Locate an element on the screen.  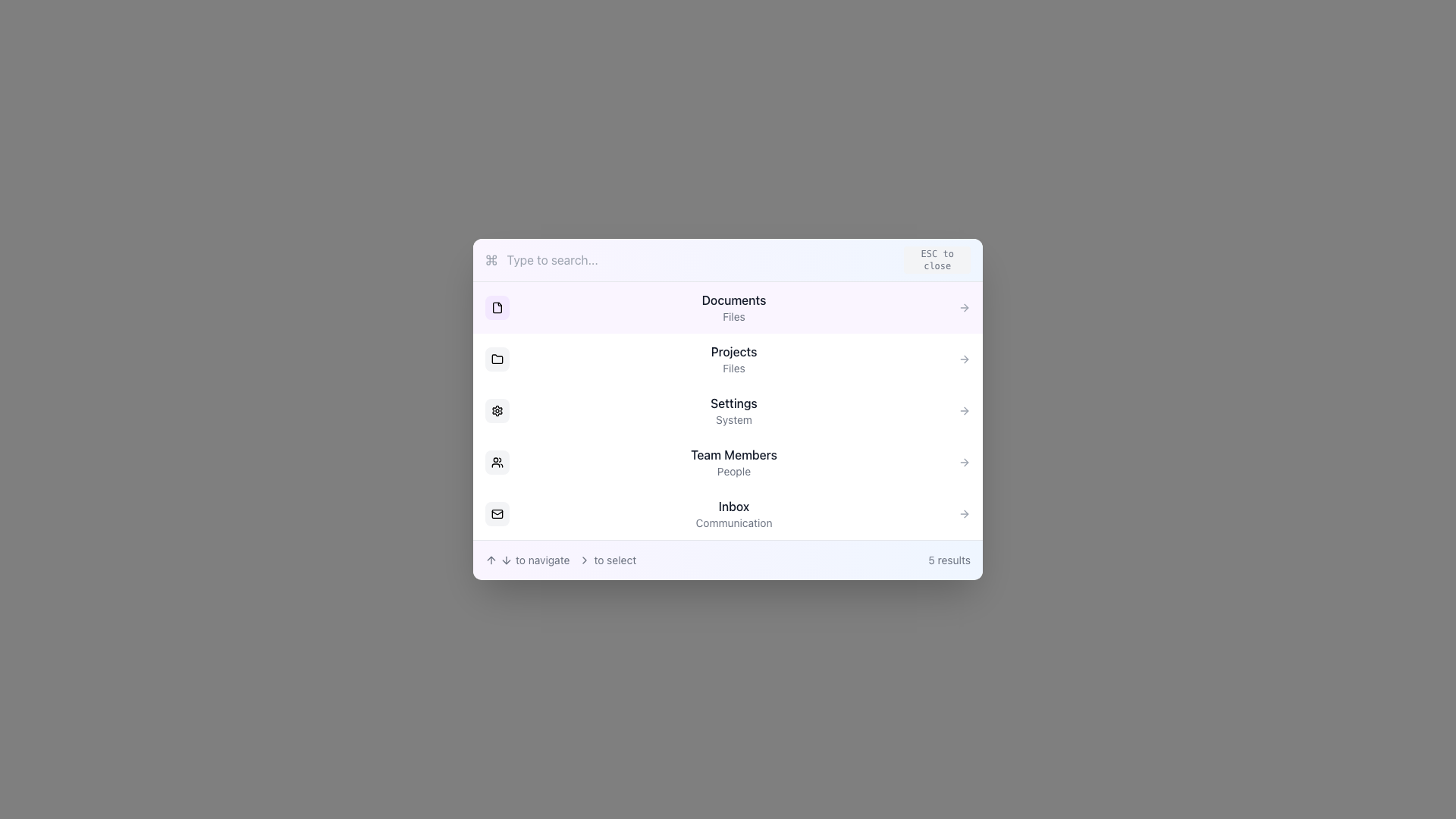
the settings button located centrally in the list, which is the third item in a menu of five options is located at coordinates (728, 411).